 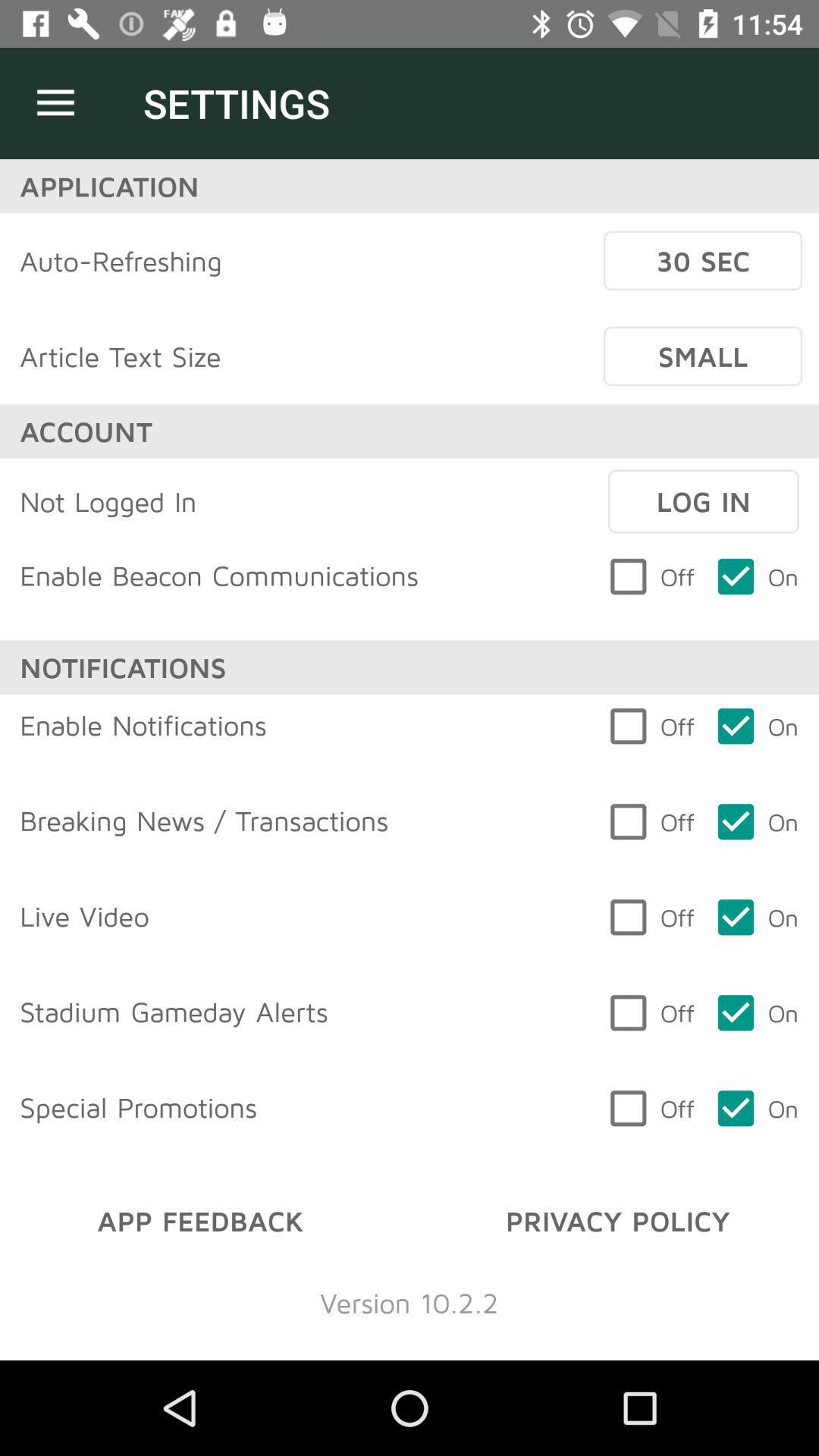 I want to click on the icon below app feedback, so click(x=408, y=1301).